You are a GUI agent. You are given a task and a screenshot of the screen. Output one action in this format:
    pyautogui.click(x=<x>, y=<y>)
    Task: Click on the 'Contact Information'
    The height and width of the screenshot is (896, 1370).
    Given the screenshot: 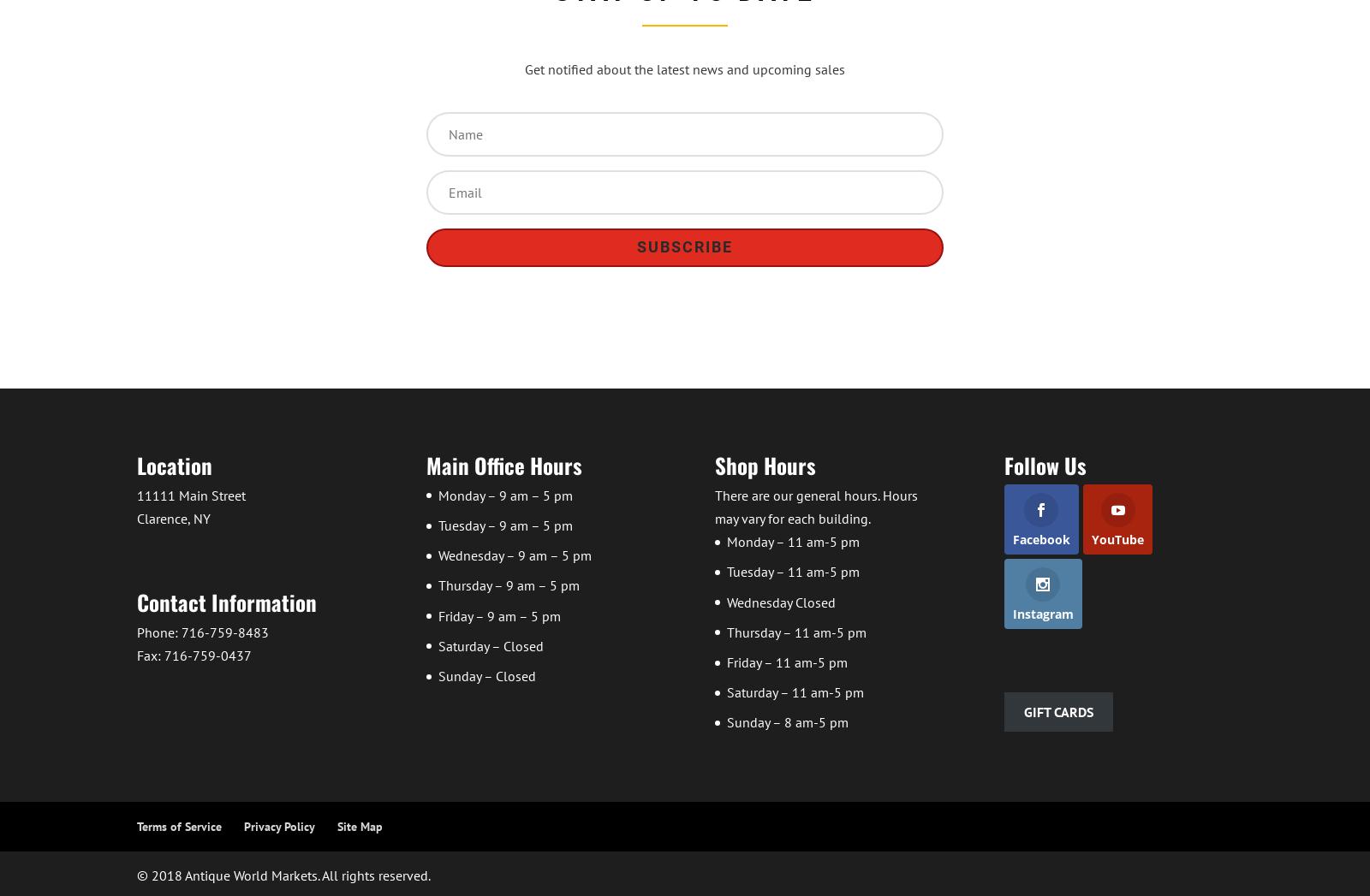 What is the action you would take?
    pyautogui.click(x=226, y=600)
    